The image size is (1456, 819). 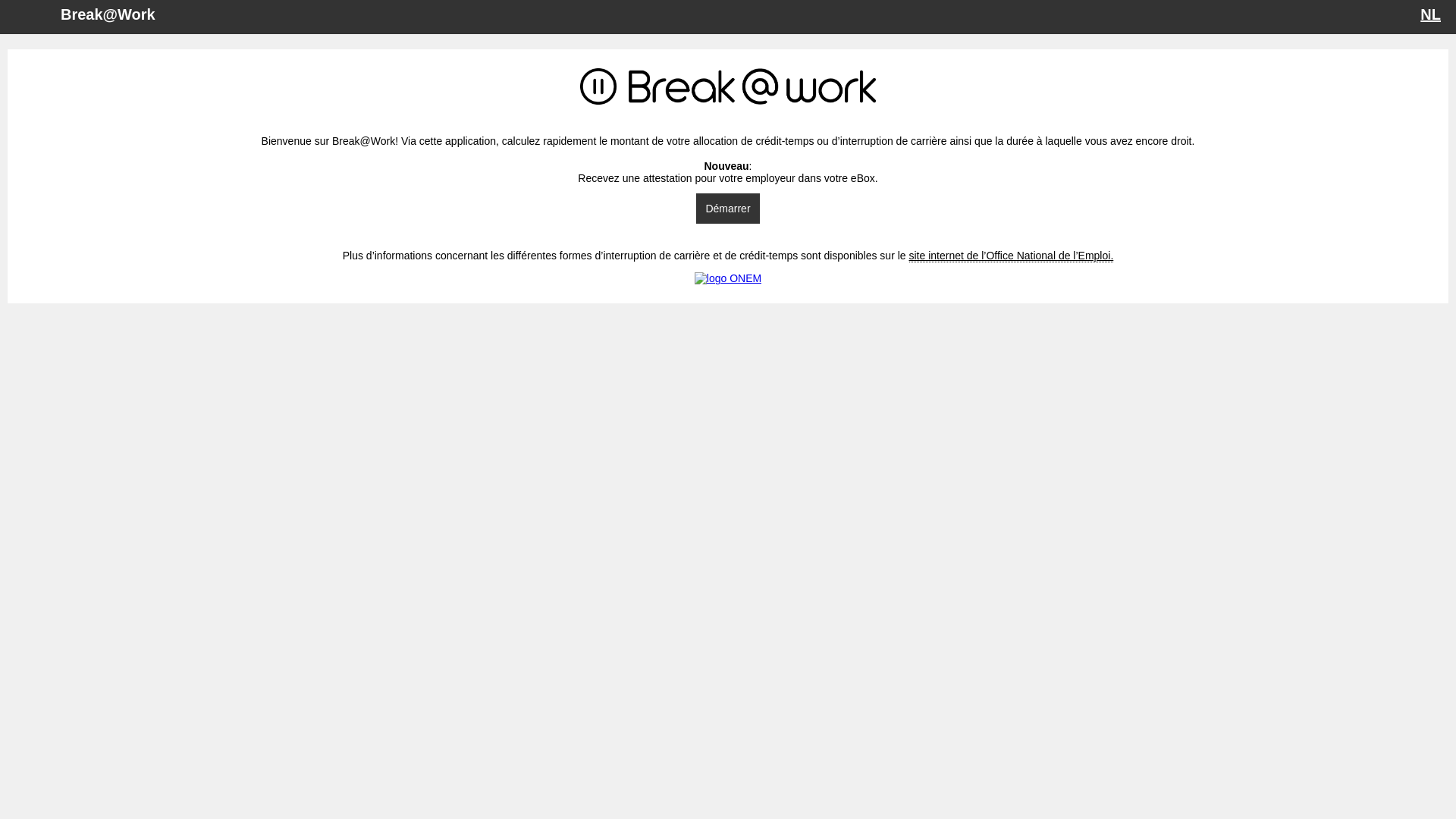 I want to click on 'NL', so click(x=1429, y=14).